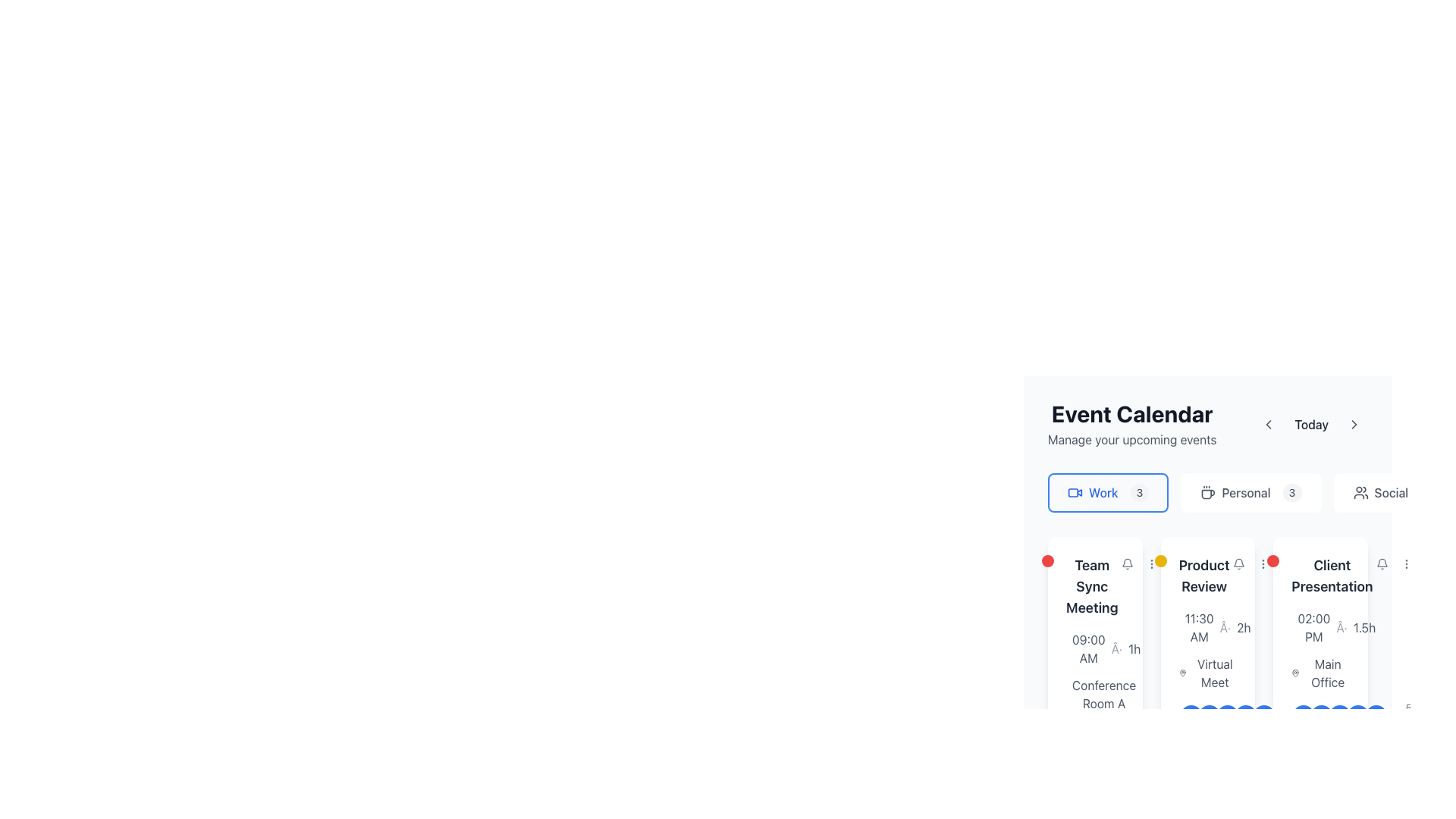  What do you see at coordinates (1092, 586) in the screenshot?
I see `the 'Team Sync Meeting' text label displayed in bold and large dark gray font` at bounding box center [1092, 586].